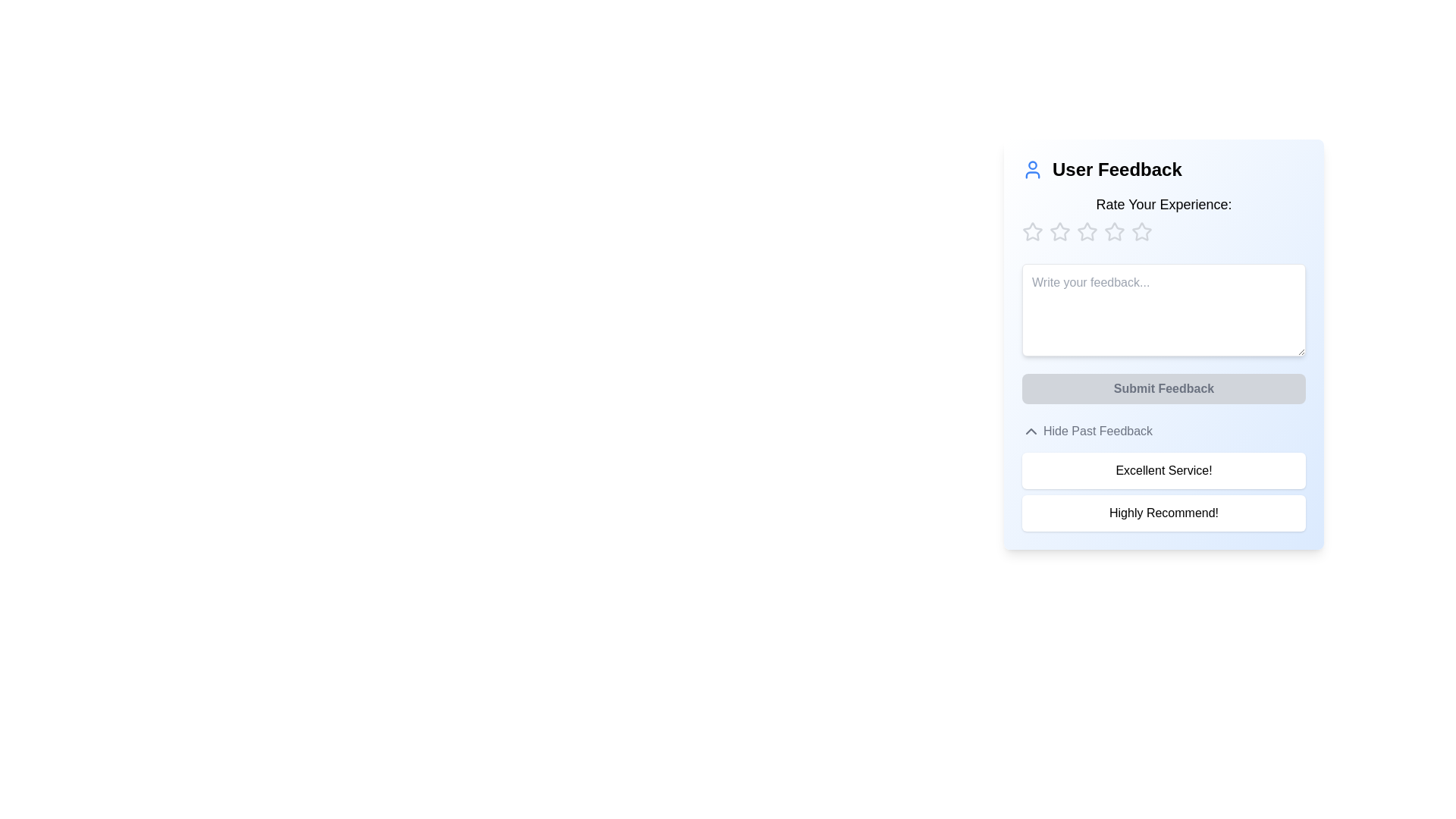  Describe the element at coordinates (1163, 388) in the screenshot. I see `the submit button located below the text area labeled 'Write your feedback...'` at that location.